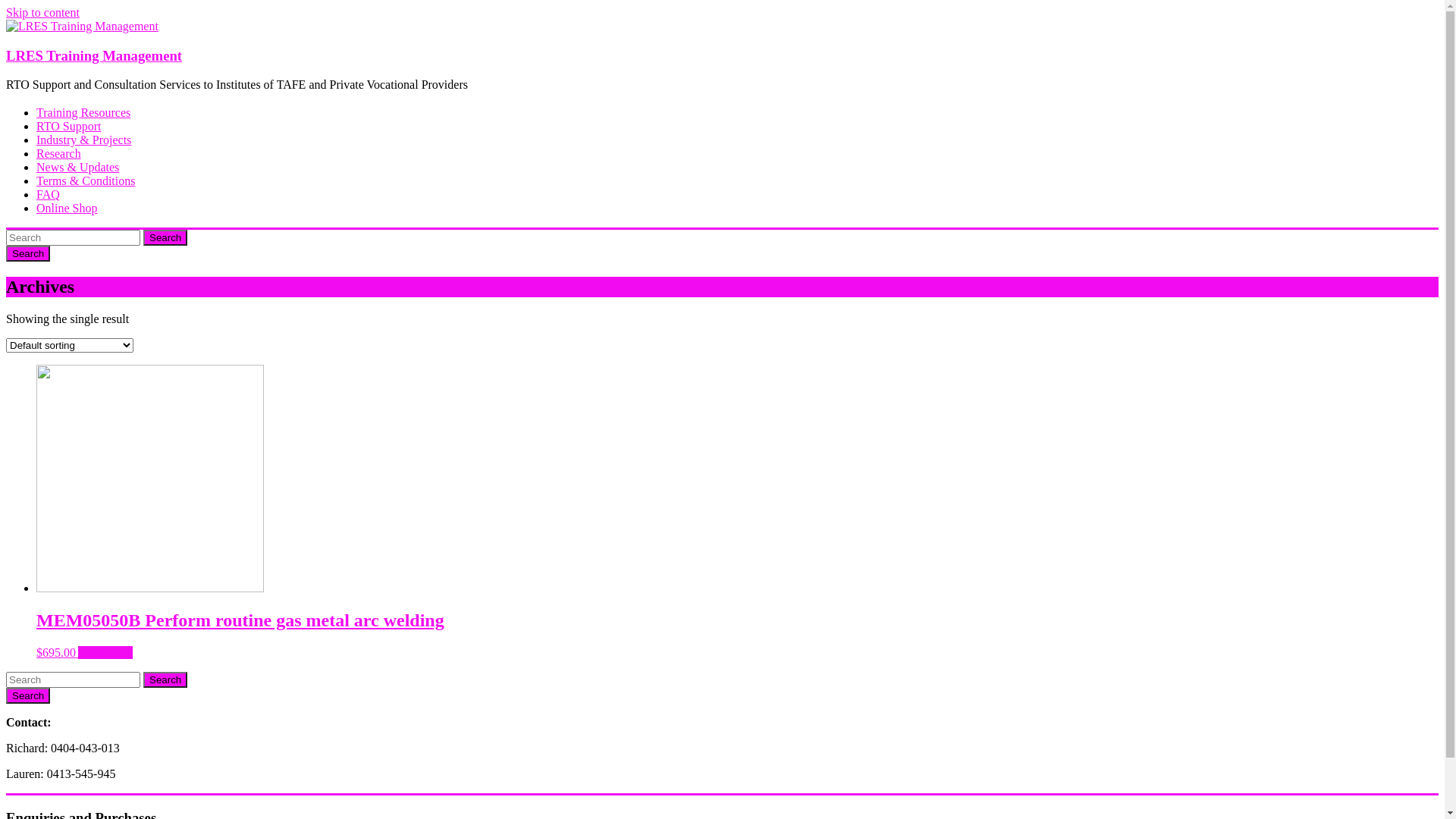 The height and width of the screenshot is (819, 1456). I want to click on 'Terms & Conditions', so click(85, 180).